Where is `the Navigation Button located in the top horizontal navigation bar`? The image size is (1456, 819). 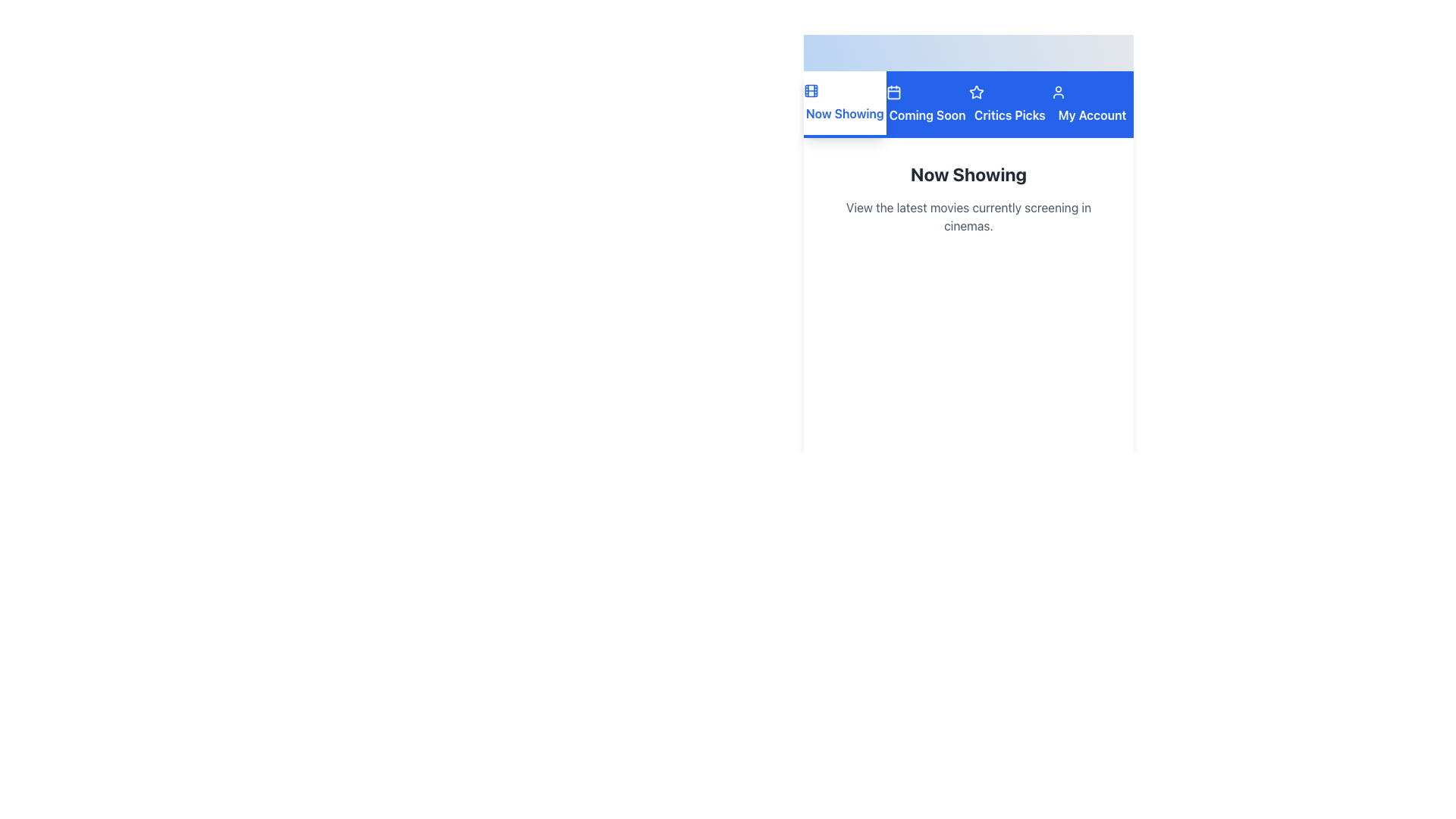 the Navigation Button located in the top horizontal navigation bar is located at coordinates (1092, 104).